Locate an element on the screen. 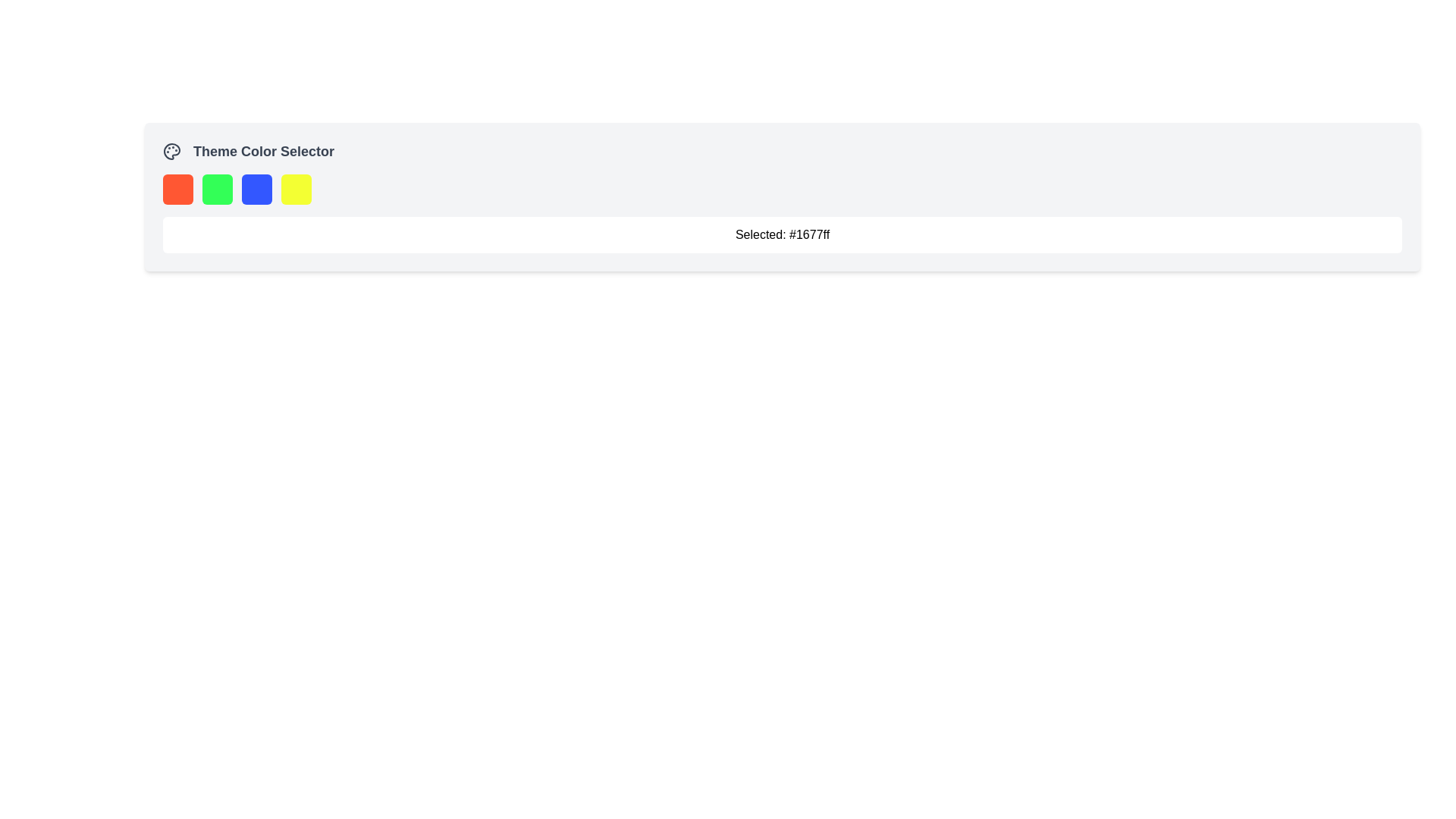  the fourth square button representing the yellow theme color option in the color selection interface is located at coordinates (296, 189).